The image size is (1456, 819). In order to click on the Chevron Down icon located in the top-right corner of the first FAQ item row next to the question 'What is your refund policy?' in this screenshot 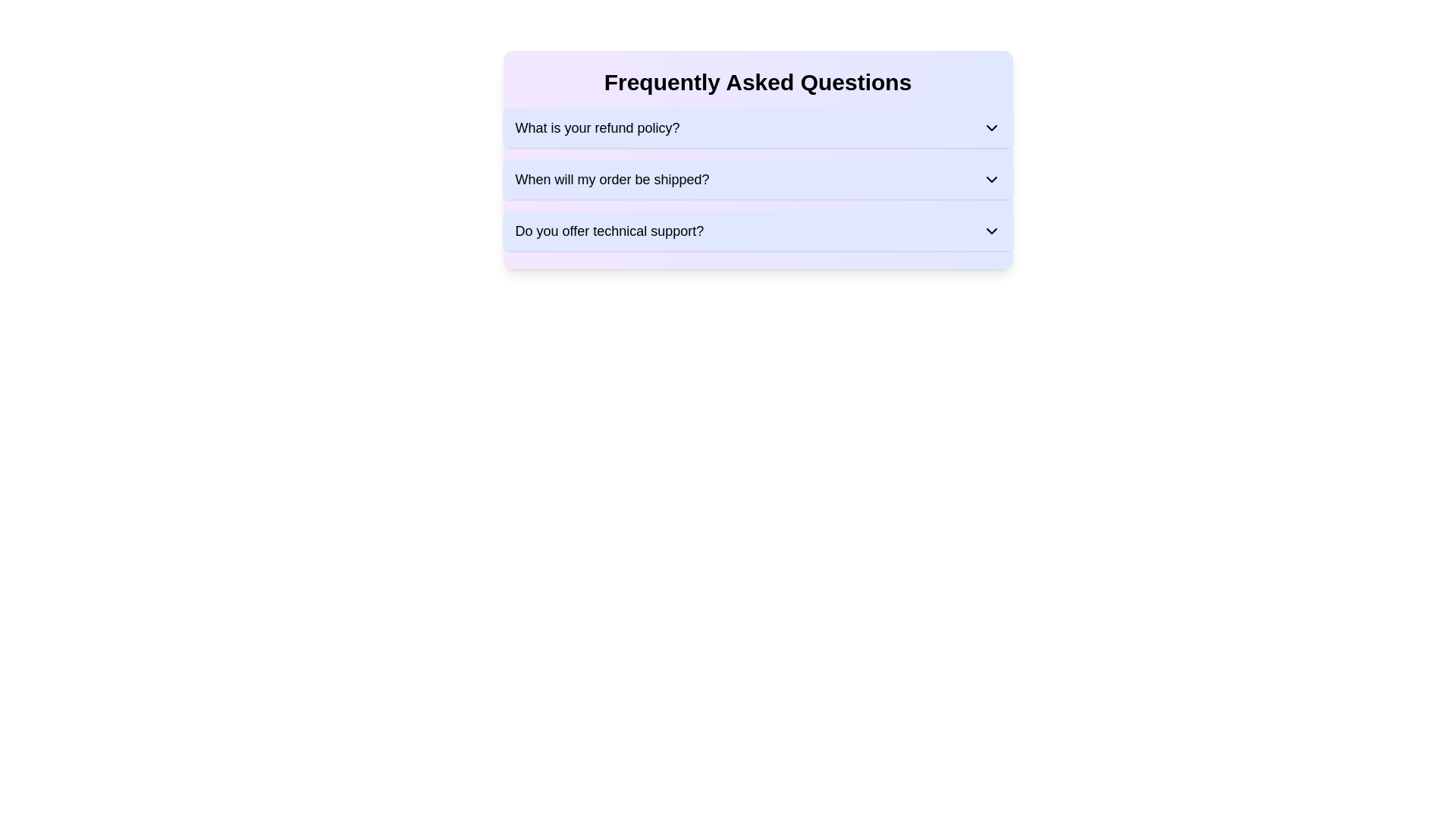, I will do `click(991, 127)`.